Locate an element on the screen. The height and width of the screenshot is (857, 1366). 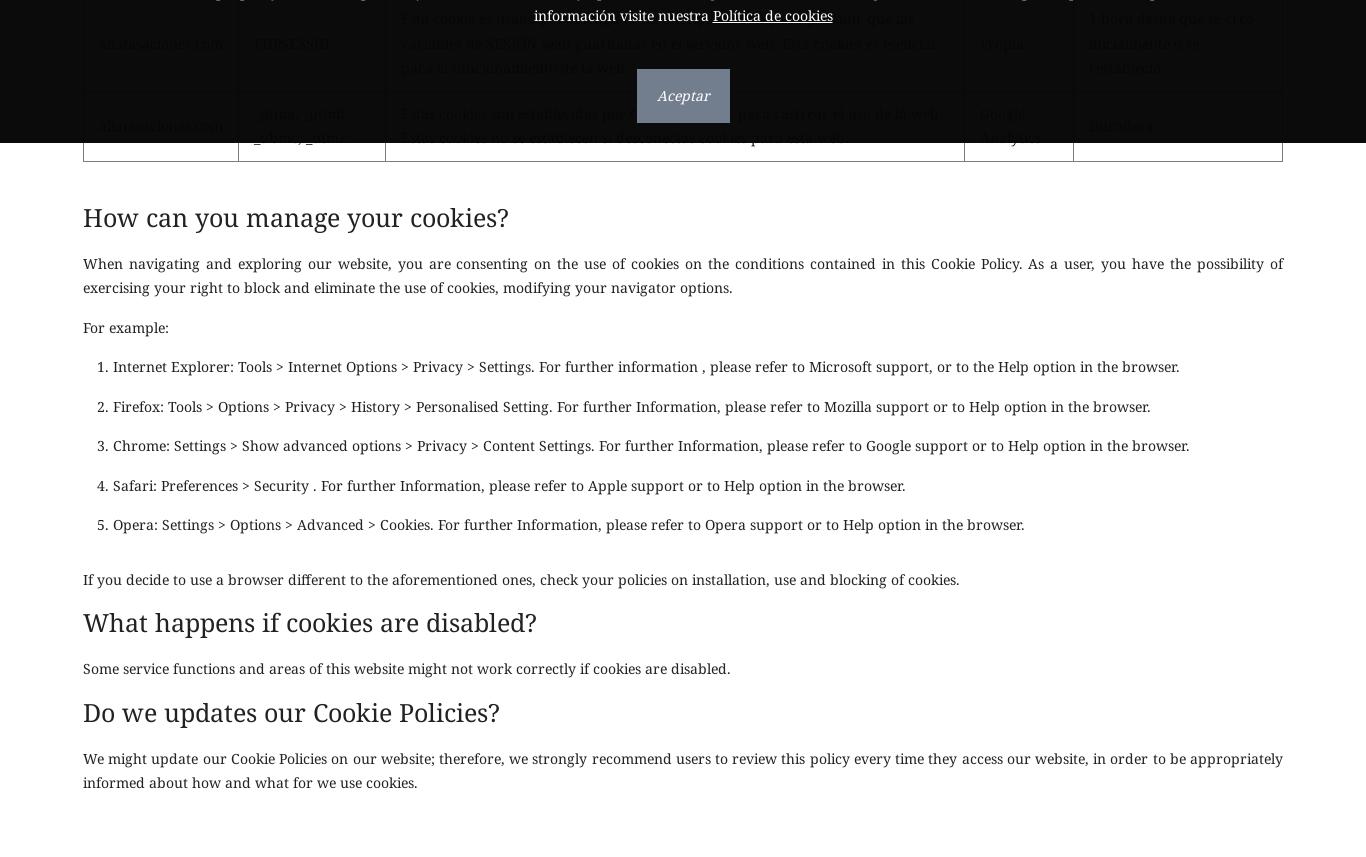
'Do we updates our Cookie Policies?' is located at coordinates (291, 710).